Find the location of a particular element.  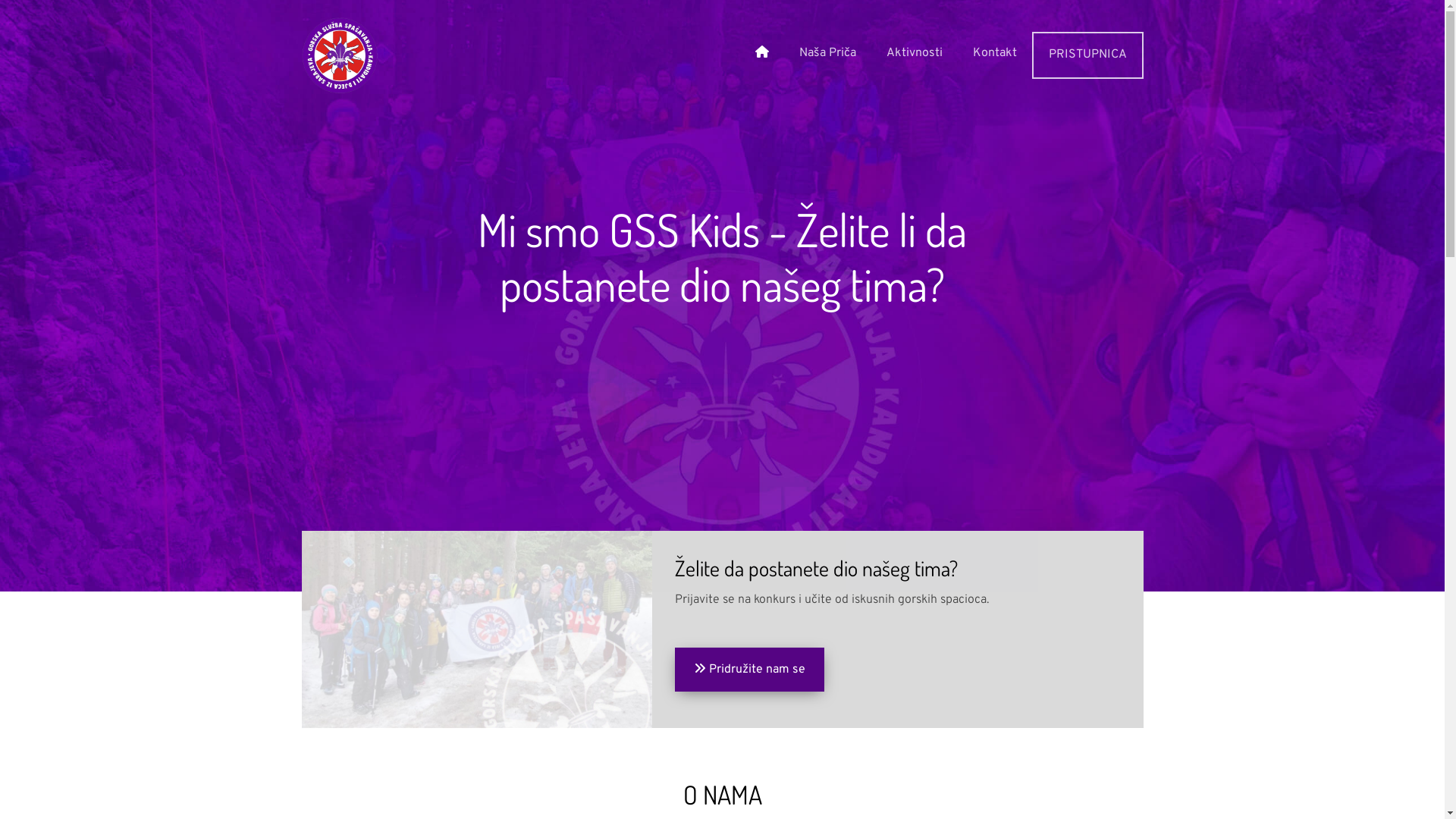

'PRISTUPNICA' is located at coordinates (1031, 55).